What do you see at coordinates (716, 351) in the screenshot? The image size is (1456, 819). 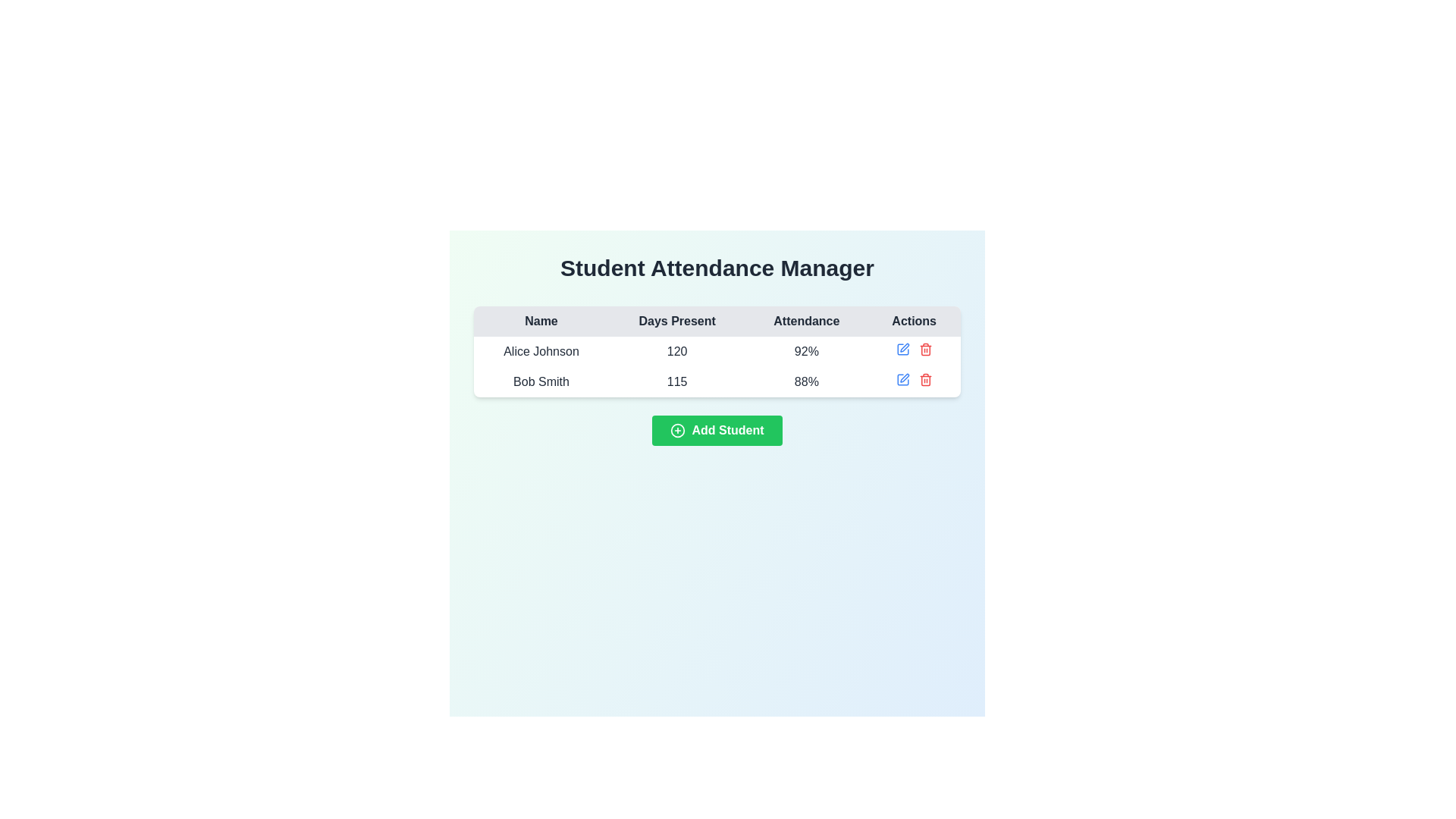 I see `the individual components of the first row in the Student Attendance Manager table, which includes the texts 'Alice Johnson', '120', and '92%'` at bounding box center [716, 351].